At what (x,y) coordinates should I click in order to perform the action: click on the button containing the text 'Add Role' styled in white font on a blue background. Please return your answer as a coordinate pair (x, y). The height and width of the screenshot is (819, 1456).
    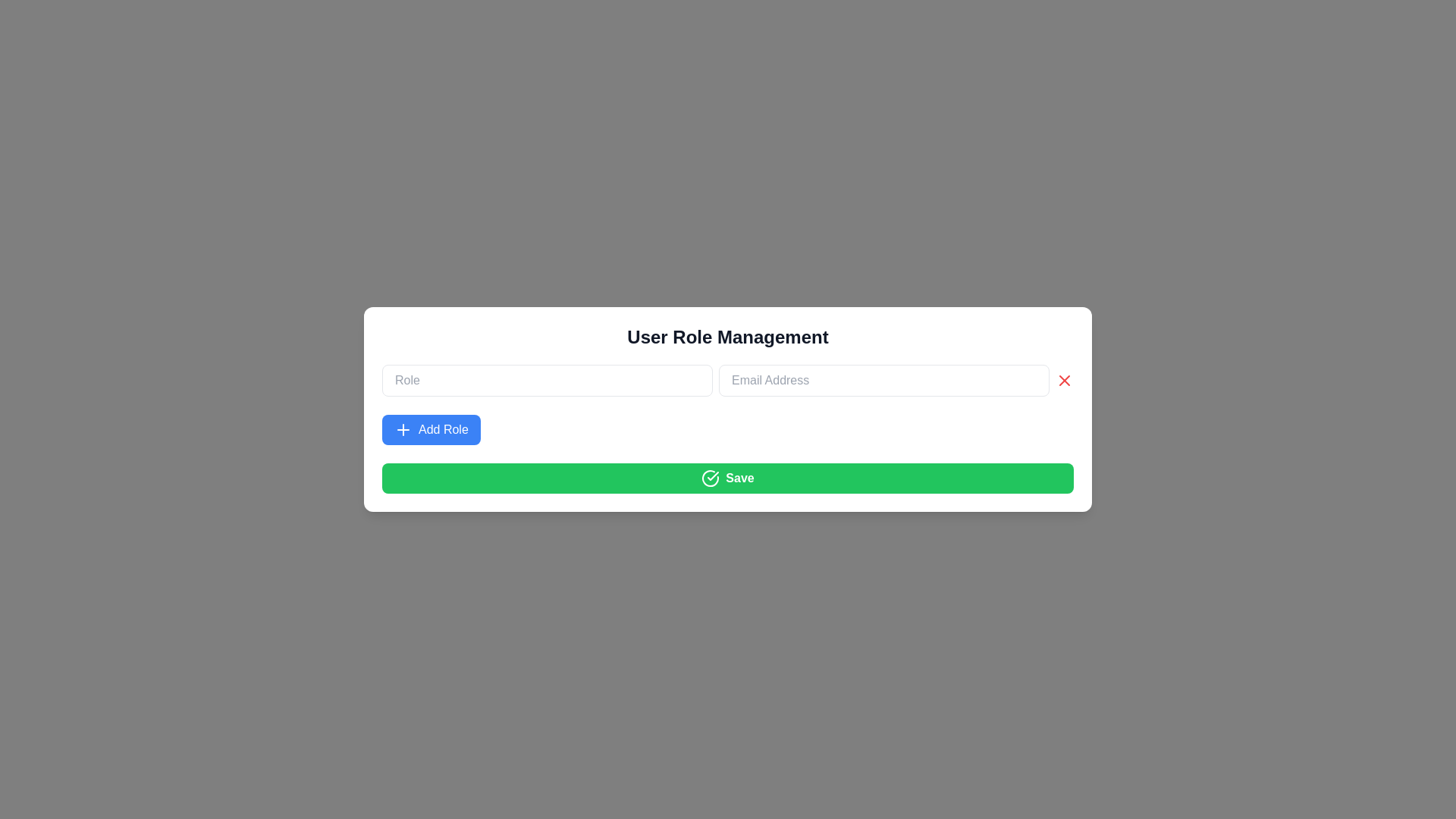
    Looking at the image, I should click on (442, 430).